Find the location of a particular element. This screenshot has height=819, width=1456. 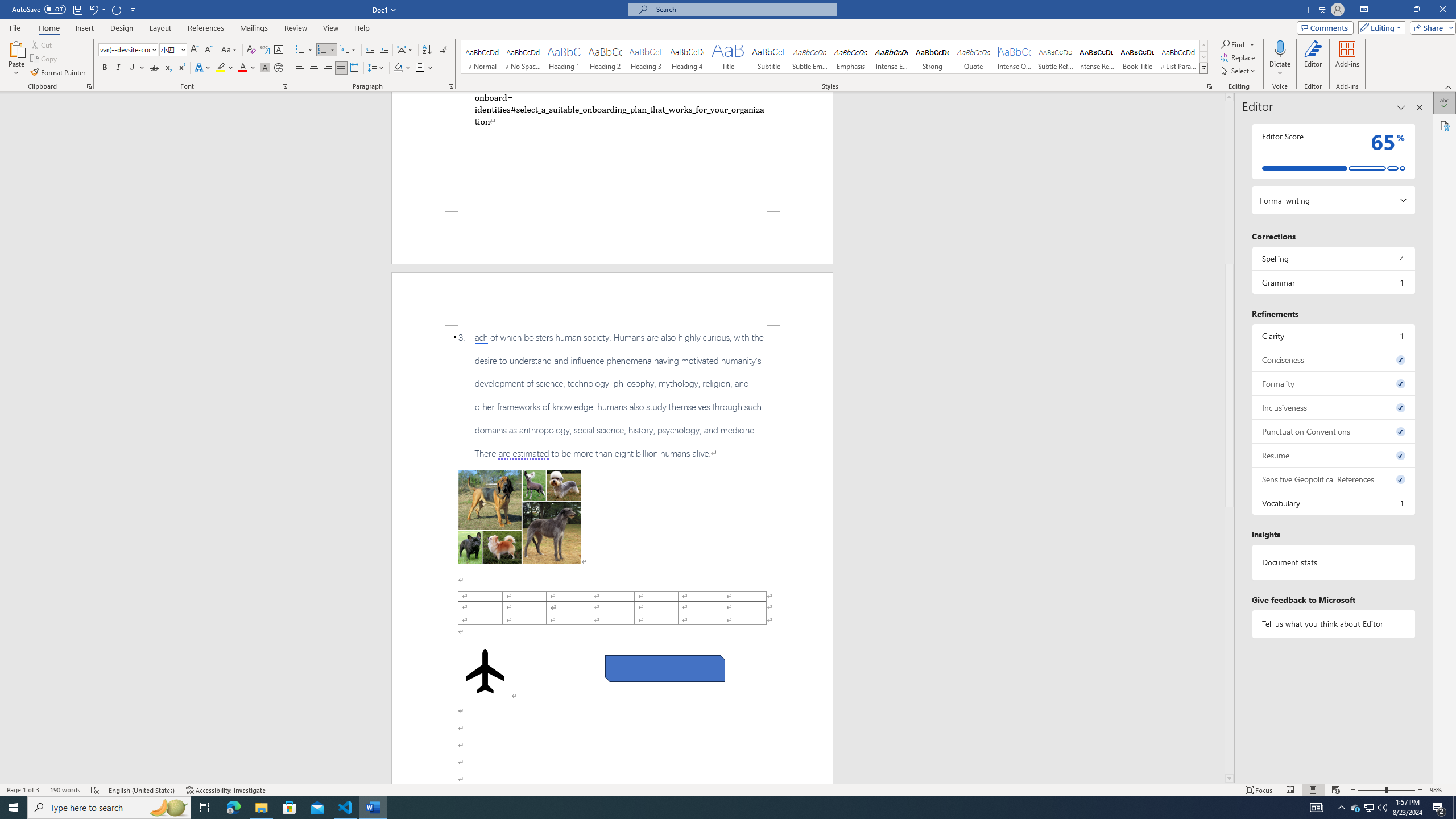

'Text Highlight Color' is located at coordinates (225, 67).